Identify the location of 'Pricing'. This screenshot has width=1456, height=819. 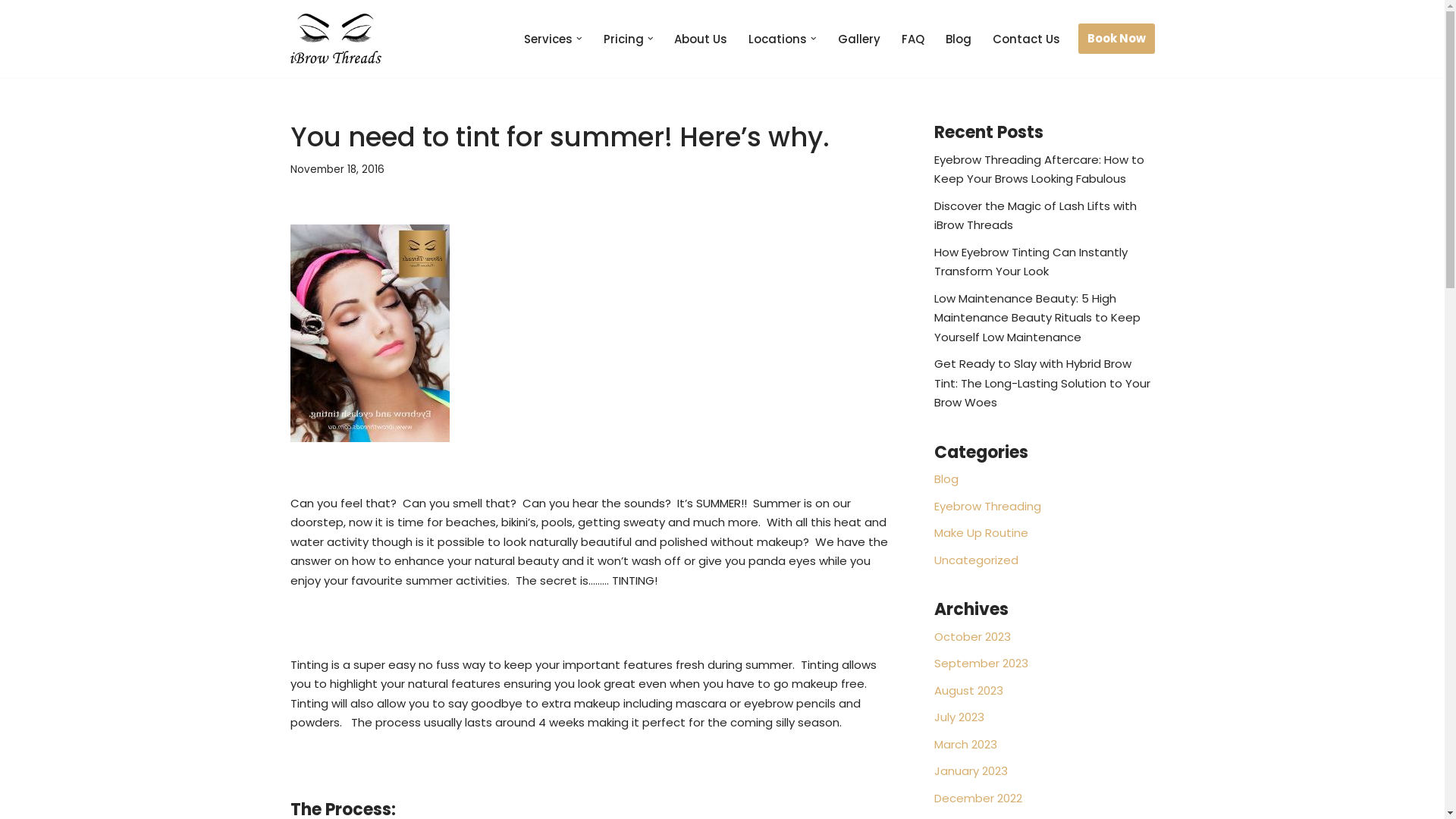
(623, 38).